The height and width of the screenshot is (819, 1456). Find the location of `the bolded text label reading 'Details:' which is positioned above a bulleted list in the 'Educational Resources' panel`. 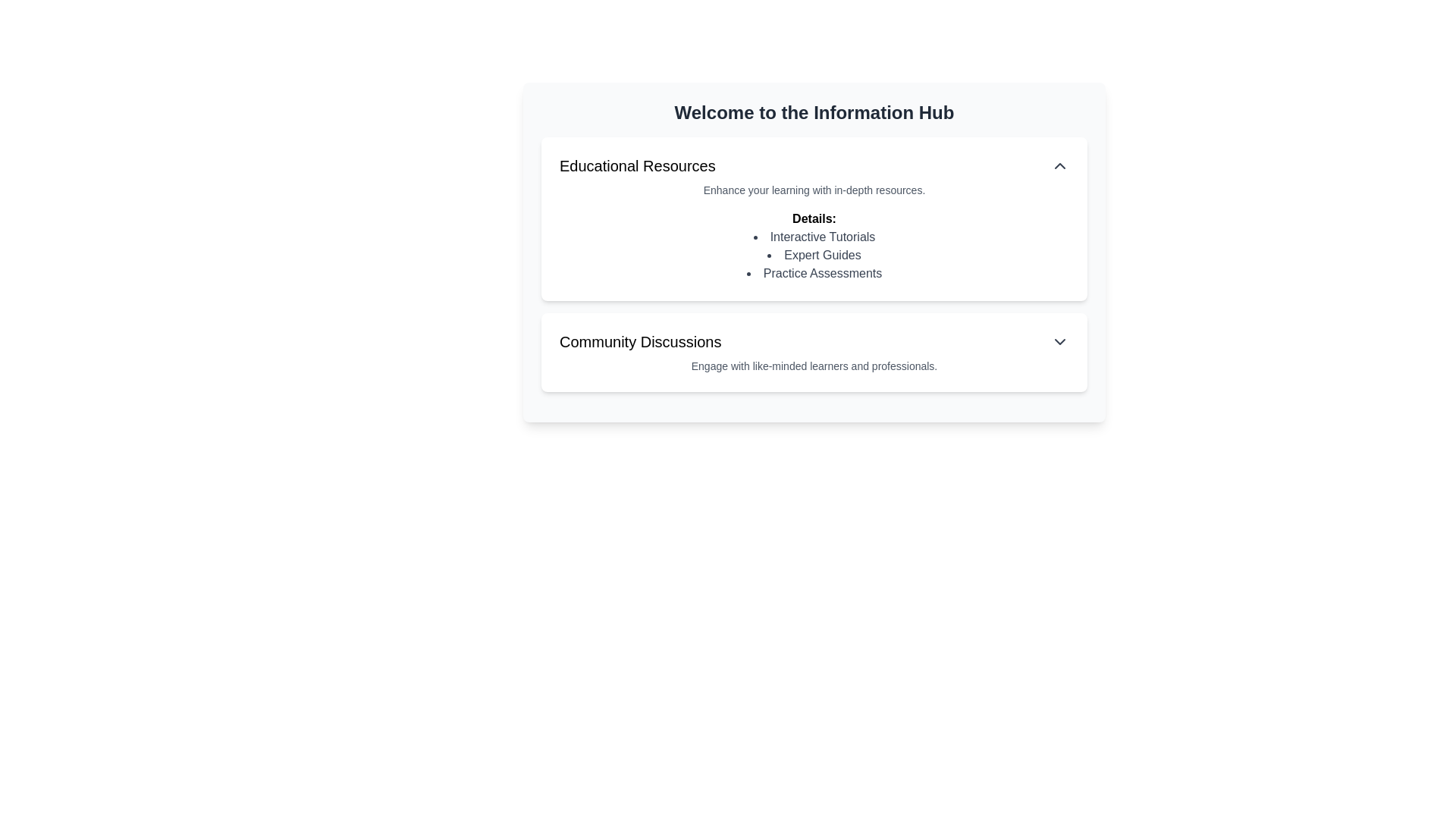

the bolded text label reading 'Details:' which is positioned above a bulleted list in the 'Educational Resources' panel is located at coordinates (814, 219).